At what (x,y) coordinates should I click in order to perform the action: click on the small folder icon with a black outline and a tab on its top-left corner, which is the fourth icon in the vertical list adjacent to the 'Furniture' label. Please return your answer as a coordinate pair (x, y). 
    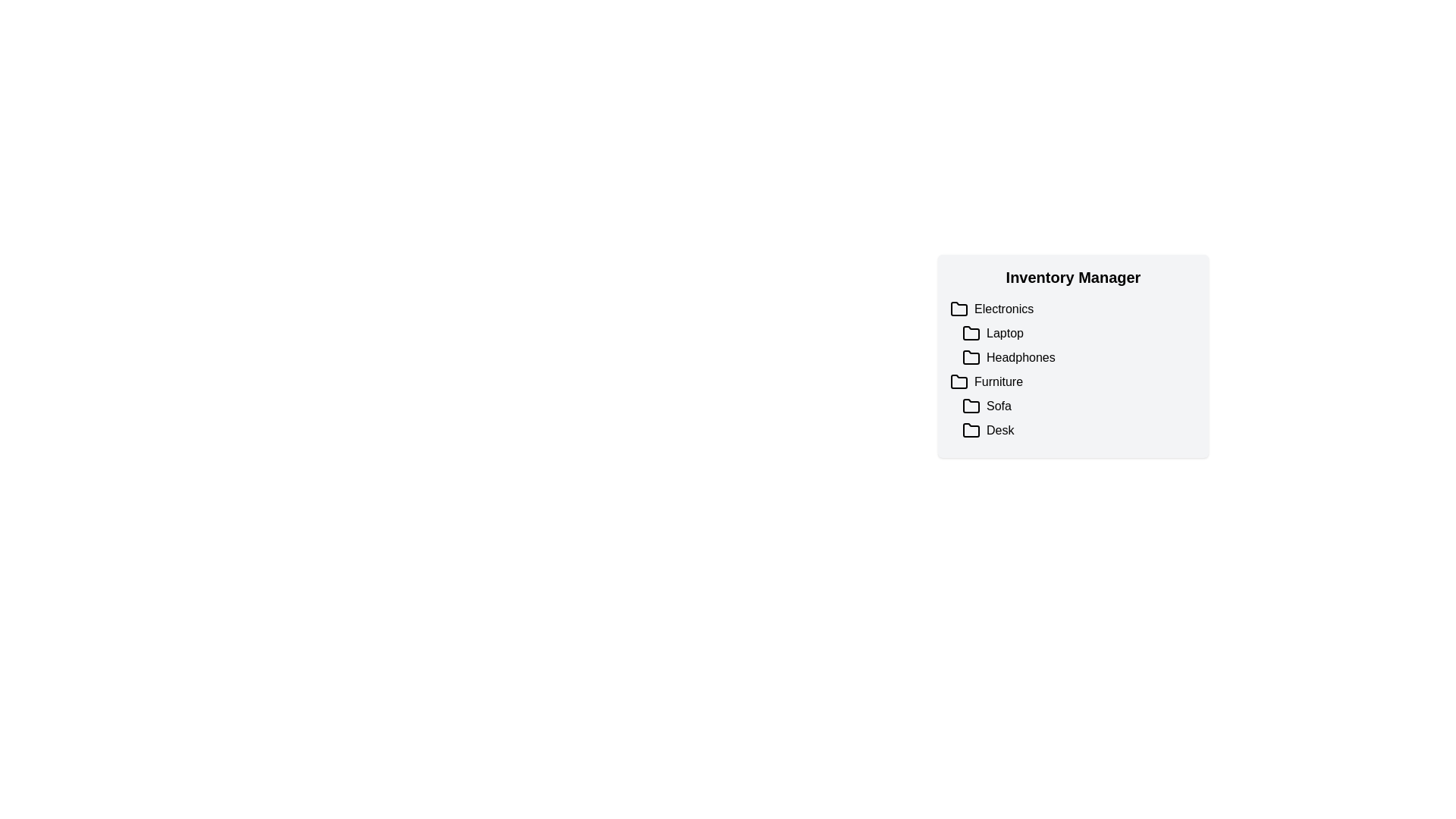
    Looking at the image, I should click on (959, 381).